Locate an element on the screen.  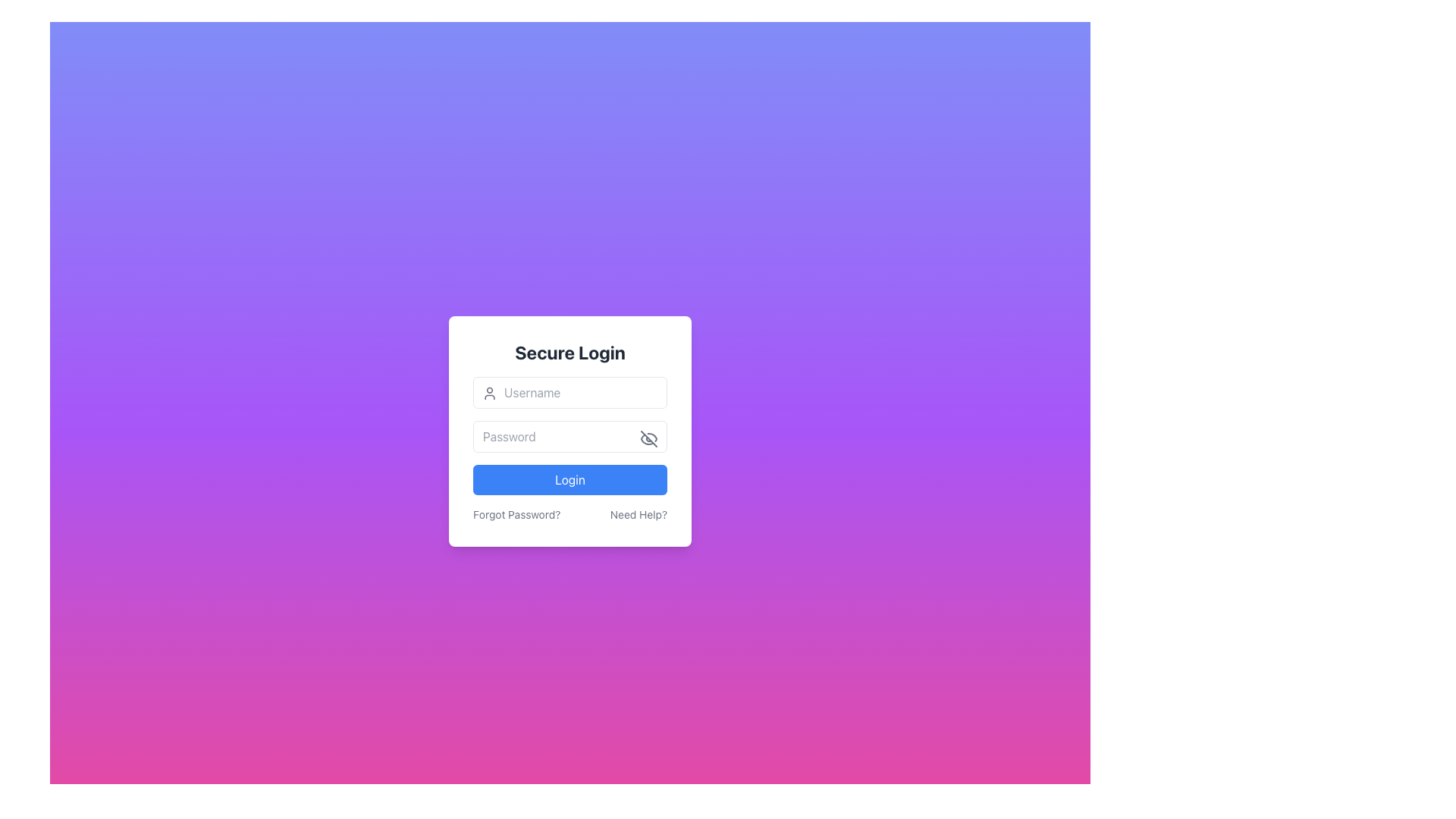
the 'Forgot Password?' hyperlink located in the bottom left corner beneath the 'Login' button is located at coordinates (516, 513).